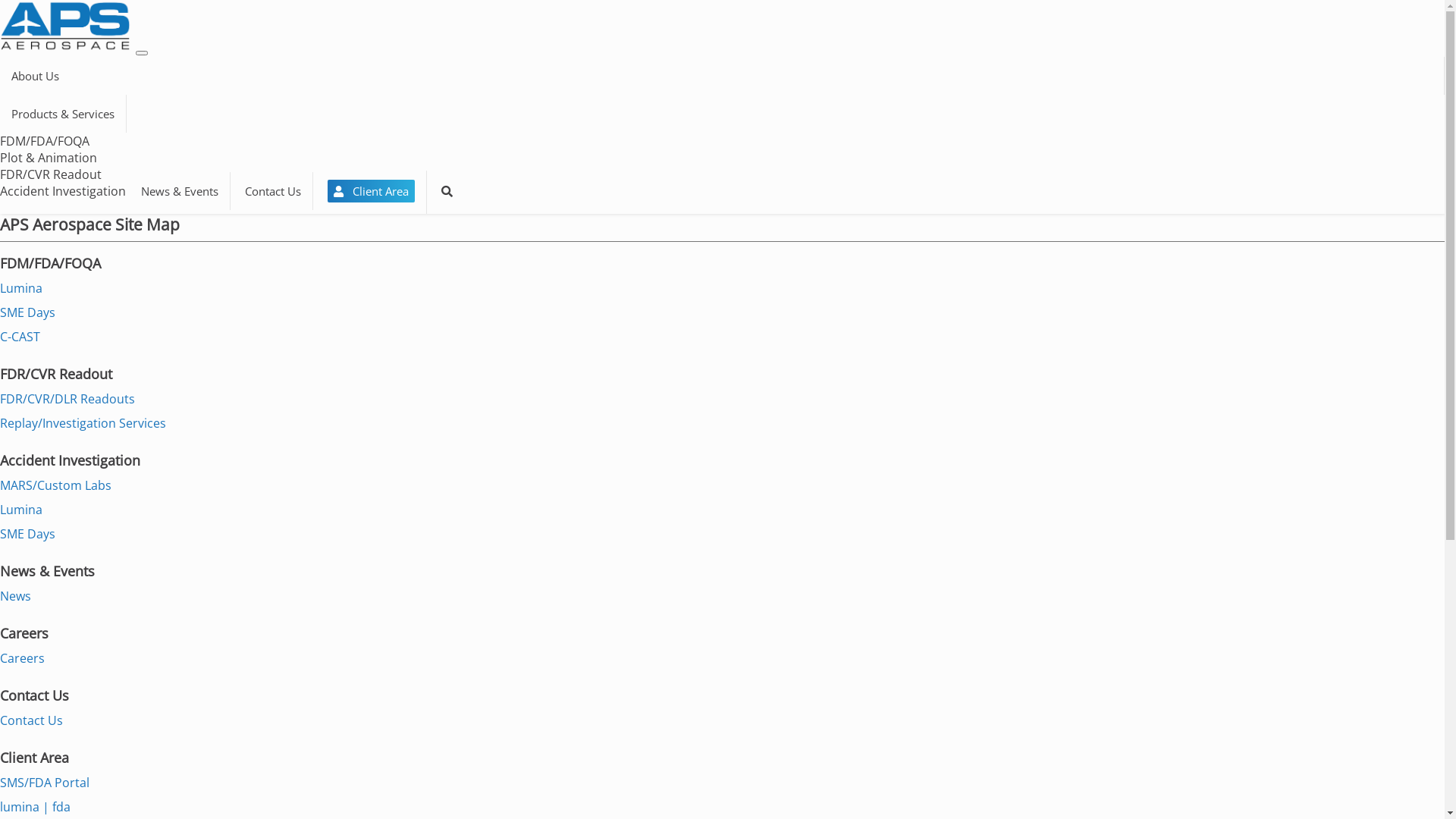 The width and height of the screenshot is (1456, 819). What do you see at coordinates (371, 190) in the screenshot?
I see `'  Client Area'` at bounding box center [371, 190].